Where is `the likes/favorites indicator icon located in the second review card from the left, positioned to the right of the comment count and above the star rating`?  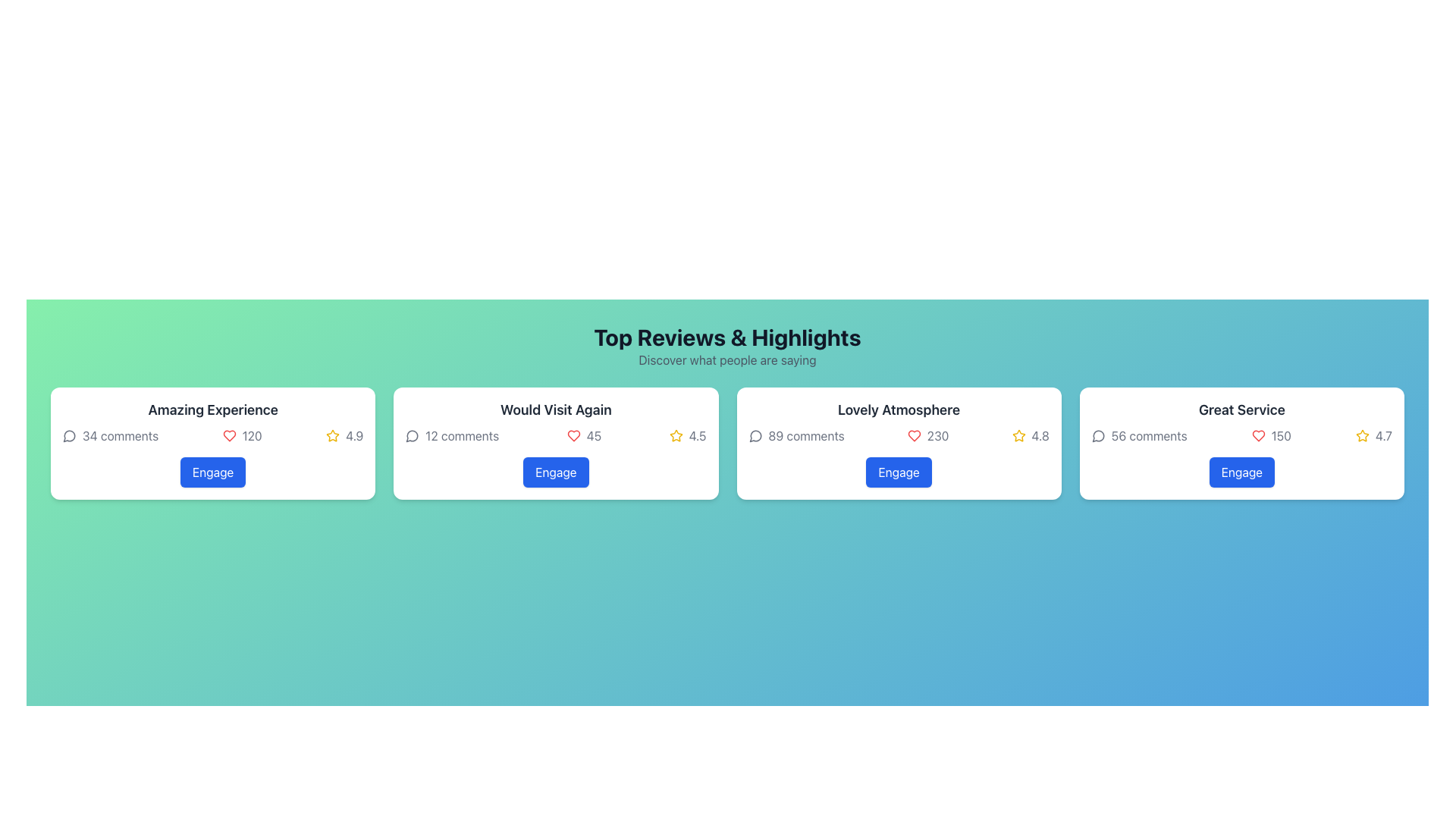
the likes/favorites indicator icon located in the second review card from the left, positioned to the right of the comment count and above the star rating is located at coordinates (573, 435).